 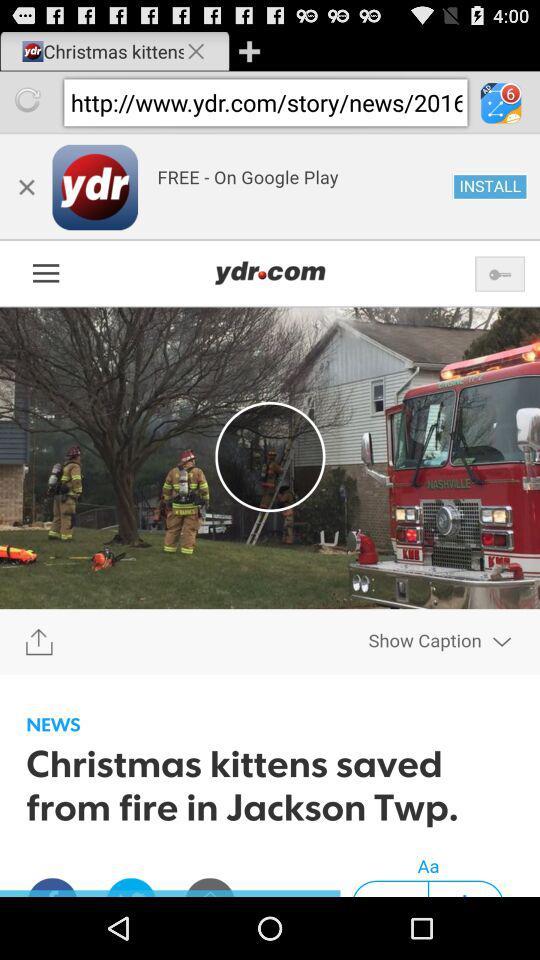 I want to click on the add icon, so click(x=249, y=53).